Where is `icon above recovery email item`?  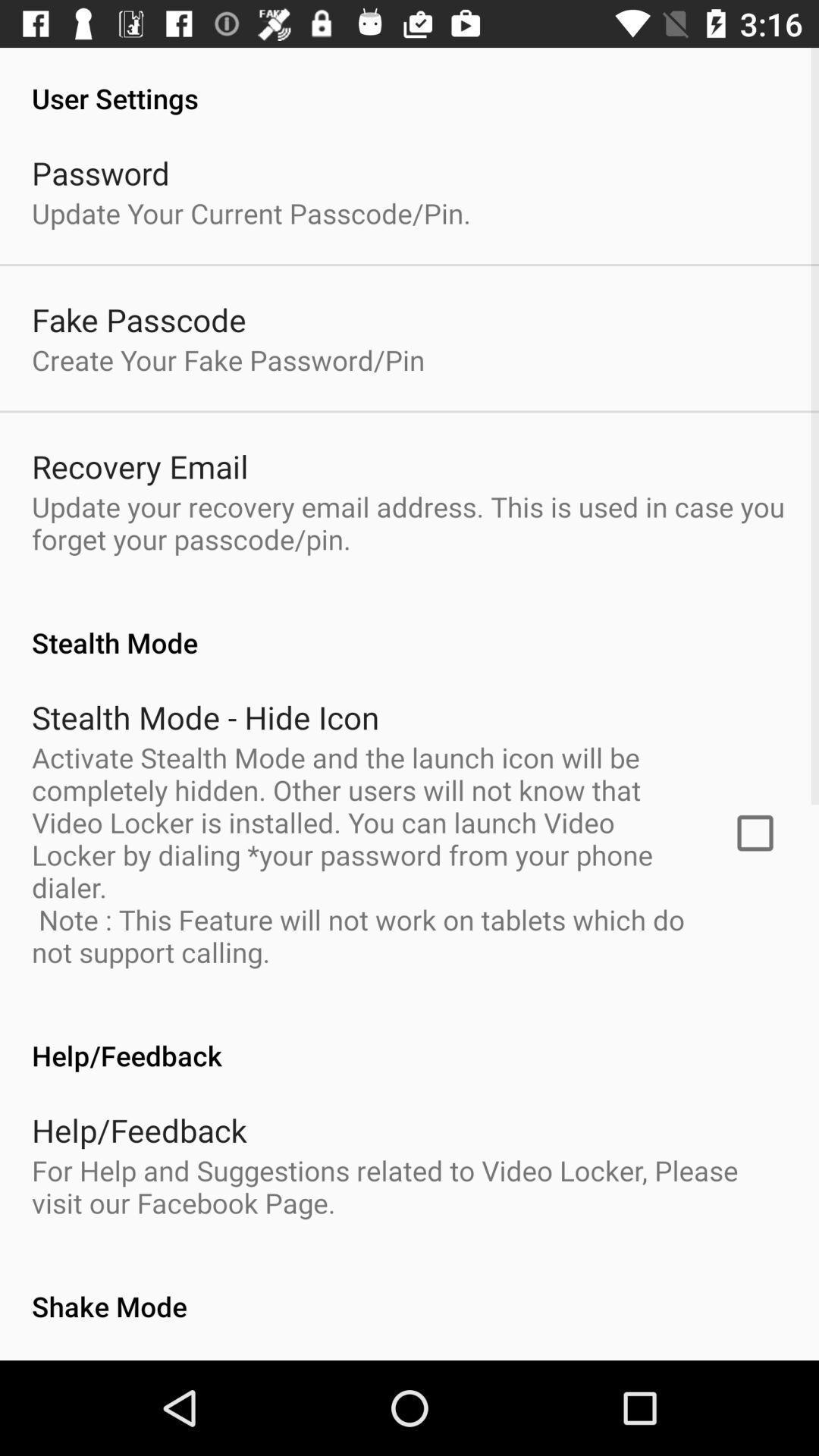 icon above recovery email item is located at coordinates (228, 359).